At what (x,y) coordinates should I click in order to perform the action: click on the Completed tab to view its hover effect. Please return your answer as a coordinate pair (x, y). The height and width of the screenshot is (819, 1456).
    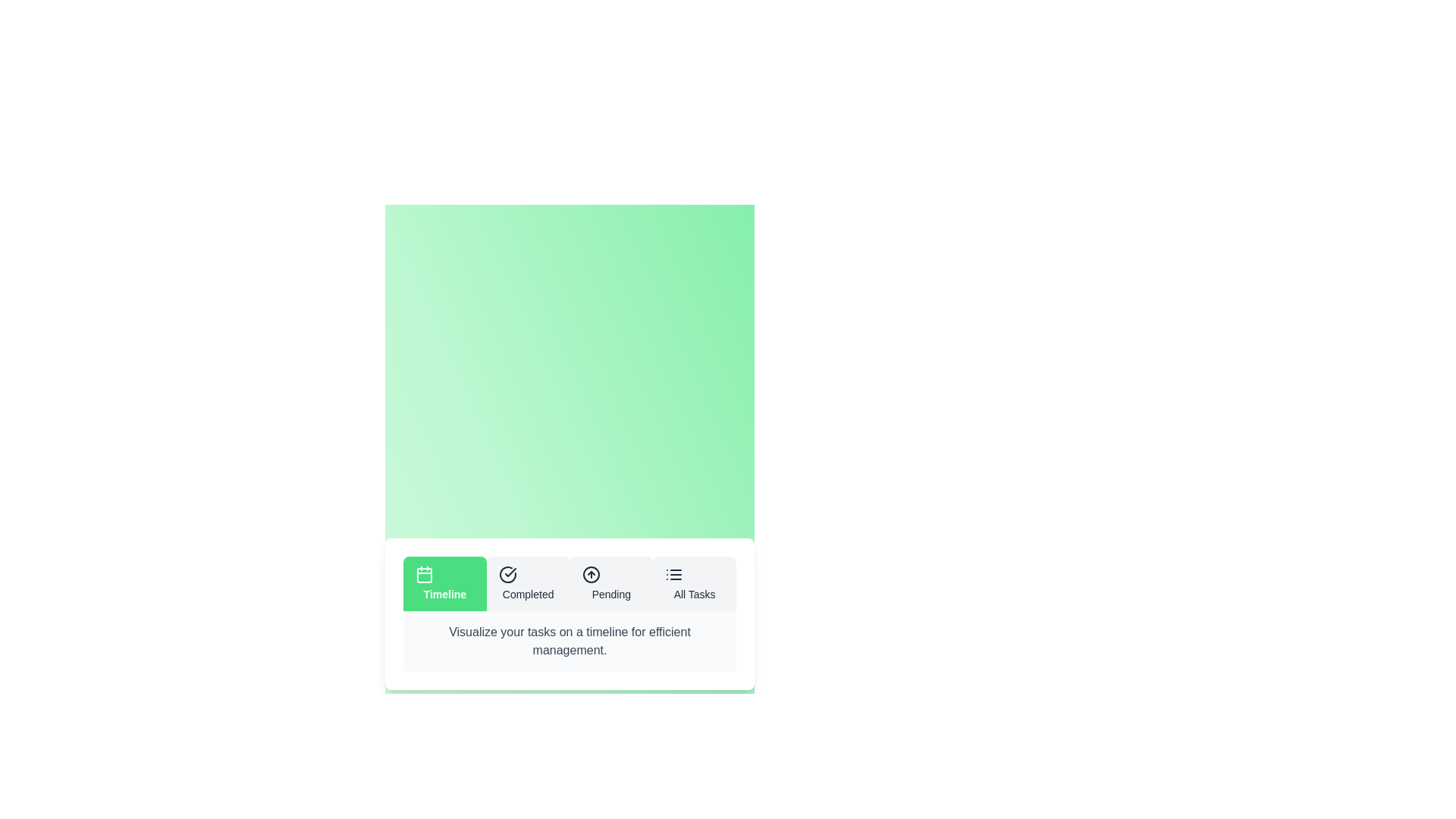
    Looking at the image, I should click on (528, 583).